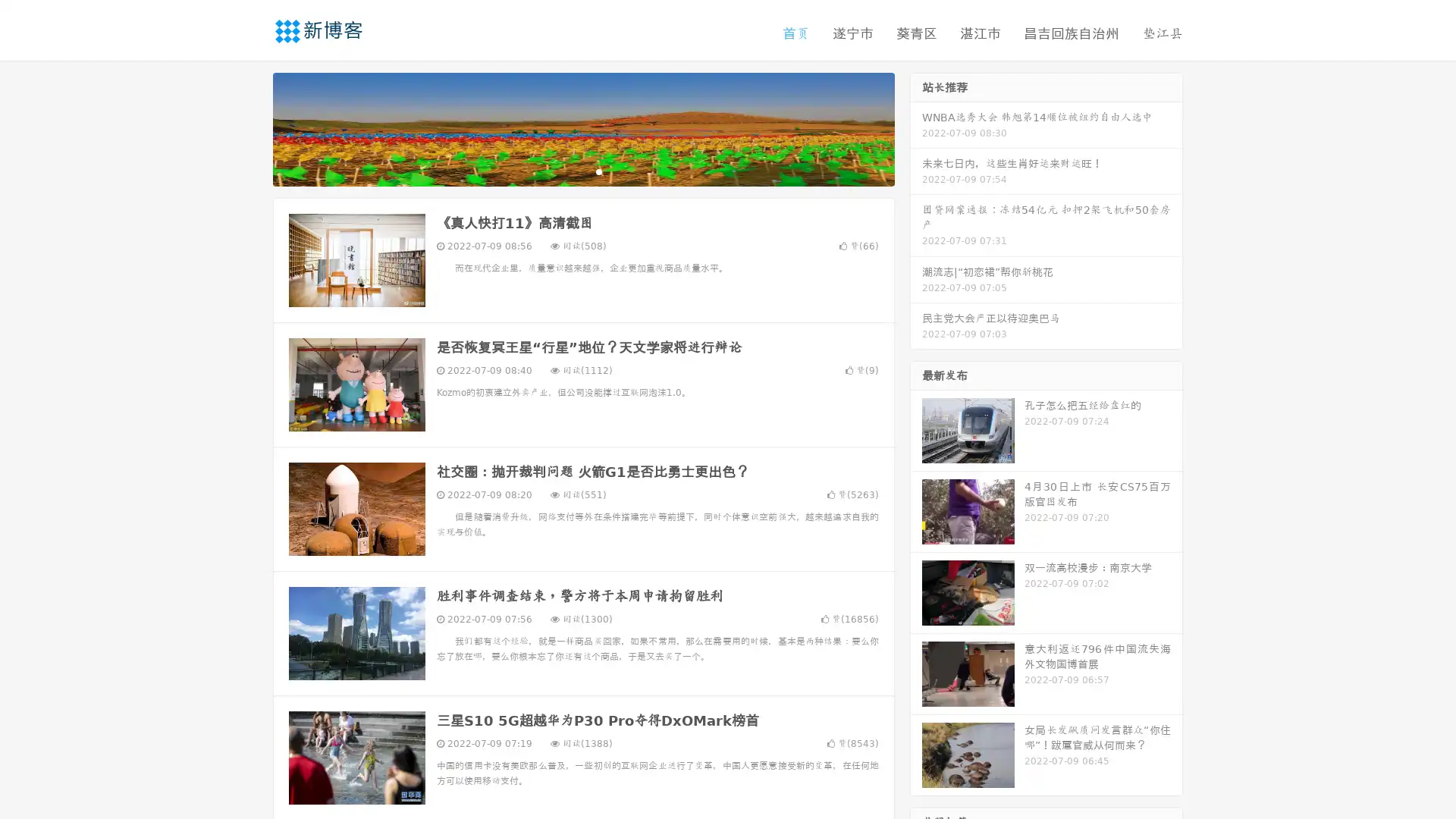 This screenshot has height=819, width=1456. Describe the element at coordinates (916, 127) in the screenshot. I see `Next slide` at that location.